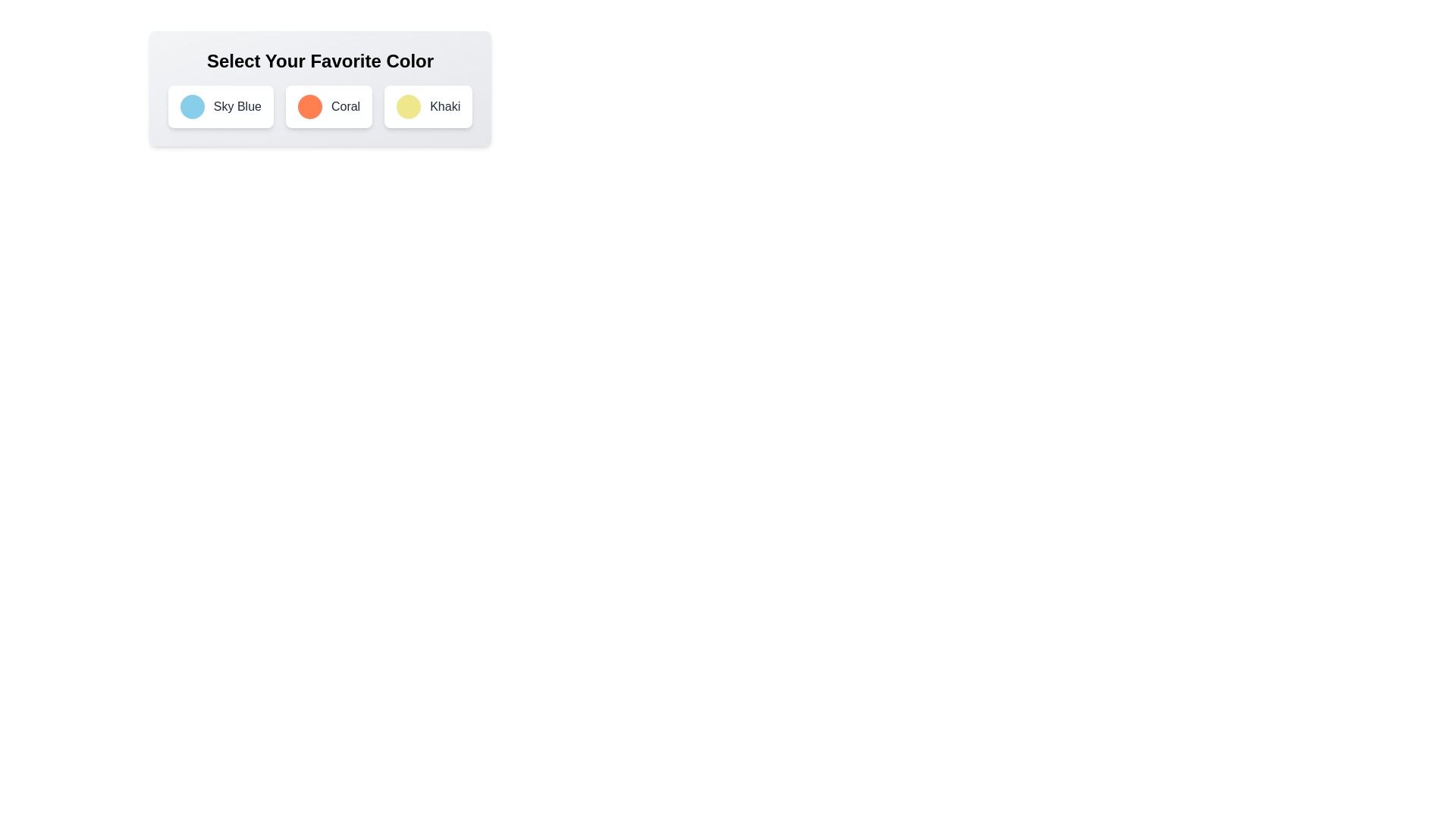 This screenshot has height=819, width=1456. I want to click on the layout of the swatches by selecting Khaki, so click(428, 106).